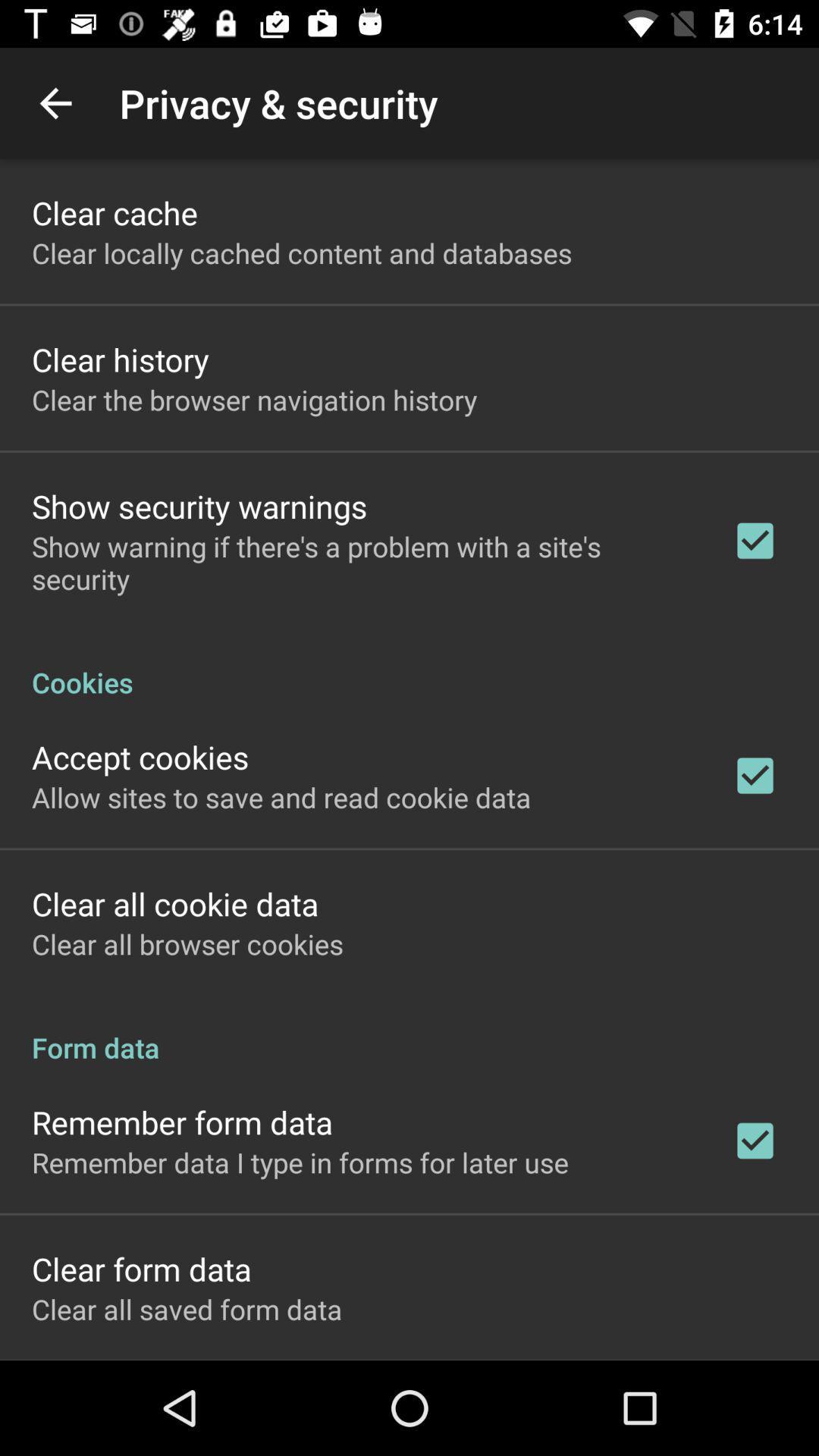 The image size is (819, 1456). Describe the element at coordinates (140, 757) in the screenshot. I see `icon above the allow sites to icon` at that location.